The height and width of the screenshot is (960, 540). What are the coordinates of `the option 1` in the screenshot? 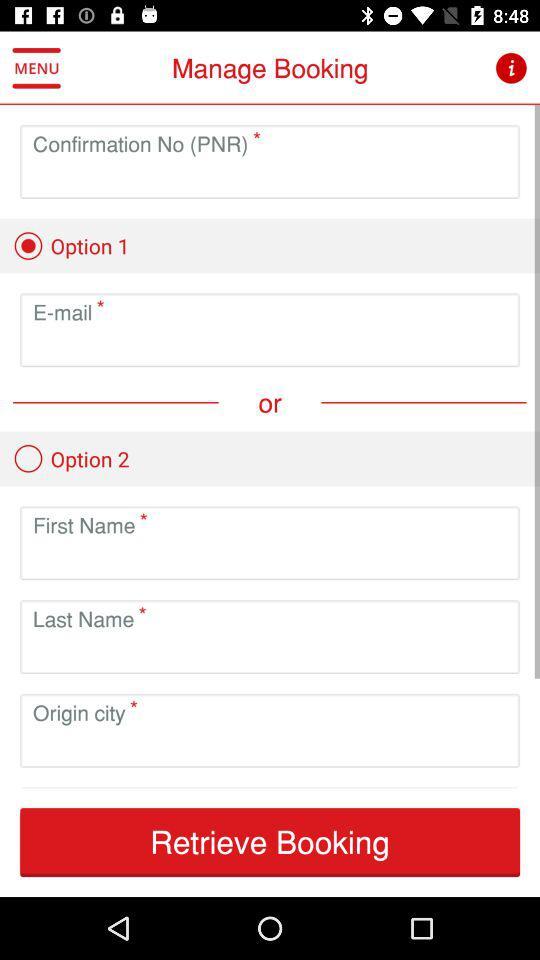 It's located at (70, 245).